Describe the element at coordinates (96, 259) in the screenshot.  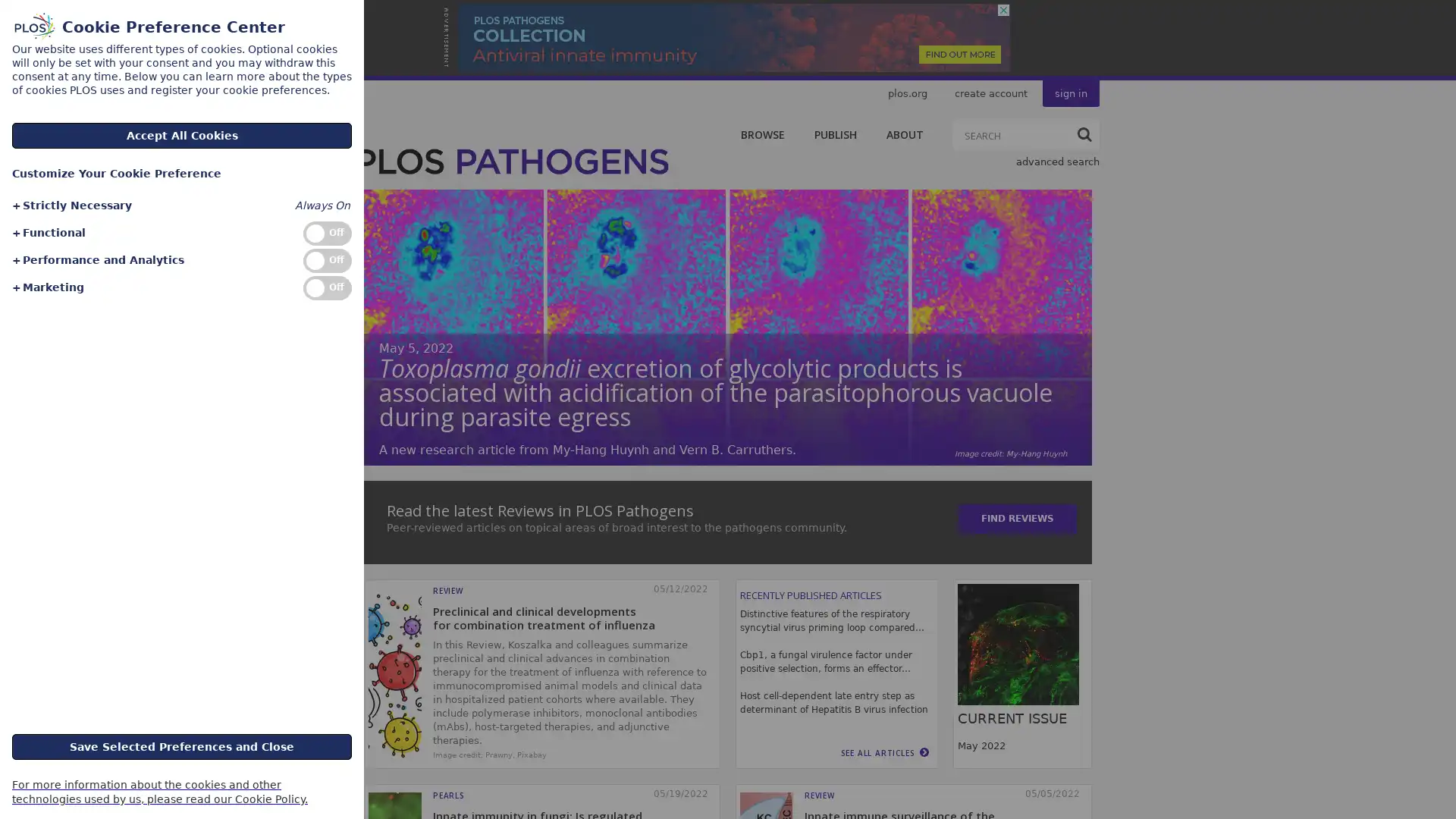
I see `Toggle explanation of Performance and Analytics Cookies.` at that location.